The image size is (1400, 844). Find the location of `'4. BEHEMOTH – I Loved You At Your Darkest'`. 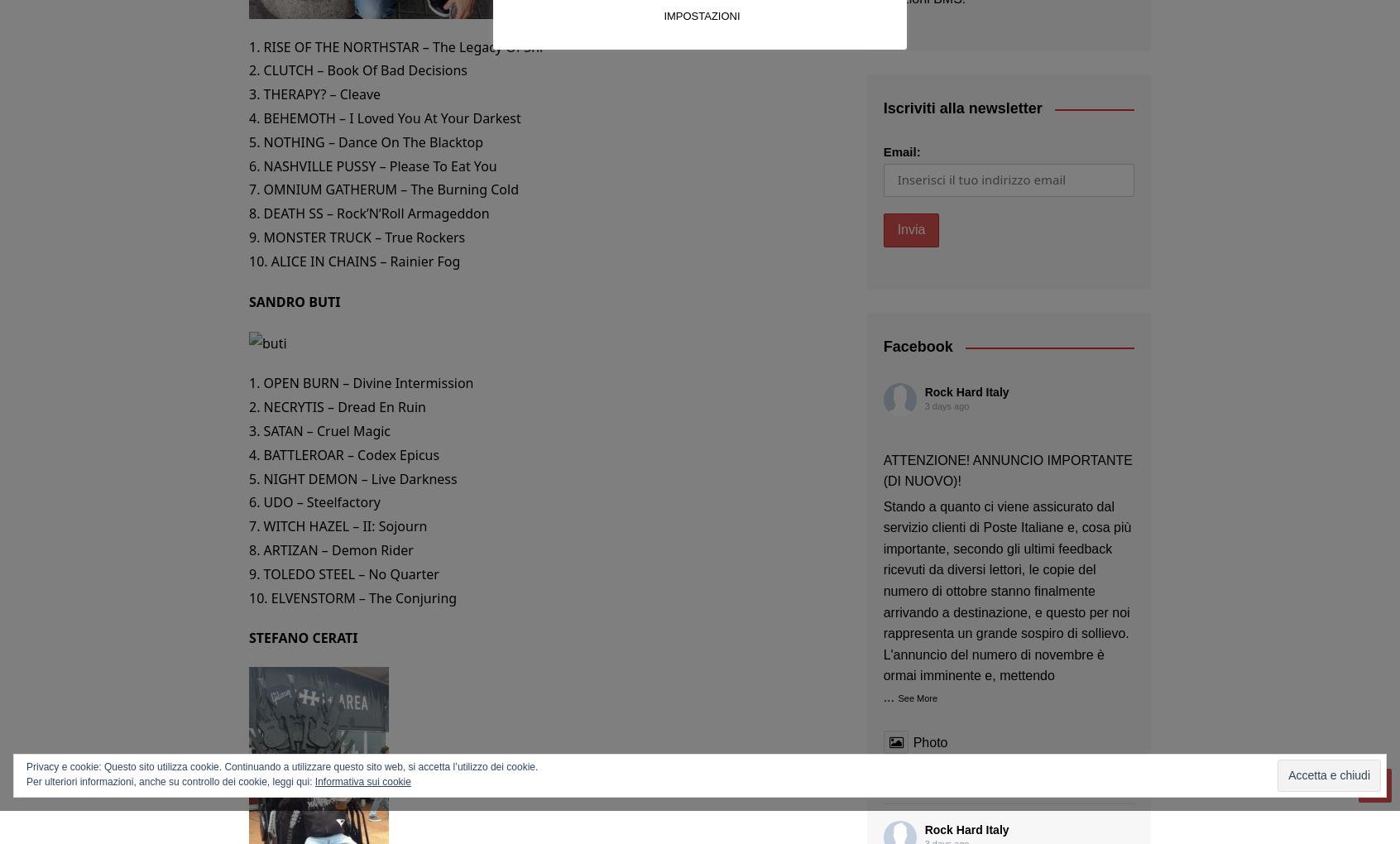

'4. BEHEMOTH – I Loved You At Your Darkest' is located at coordinates (383, 117).